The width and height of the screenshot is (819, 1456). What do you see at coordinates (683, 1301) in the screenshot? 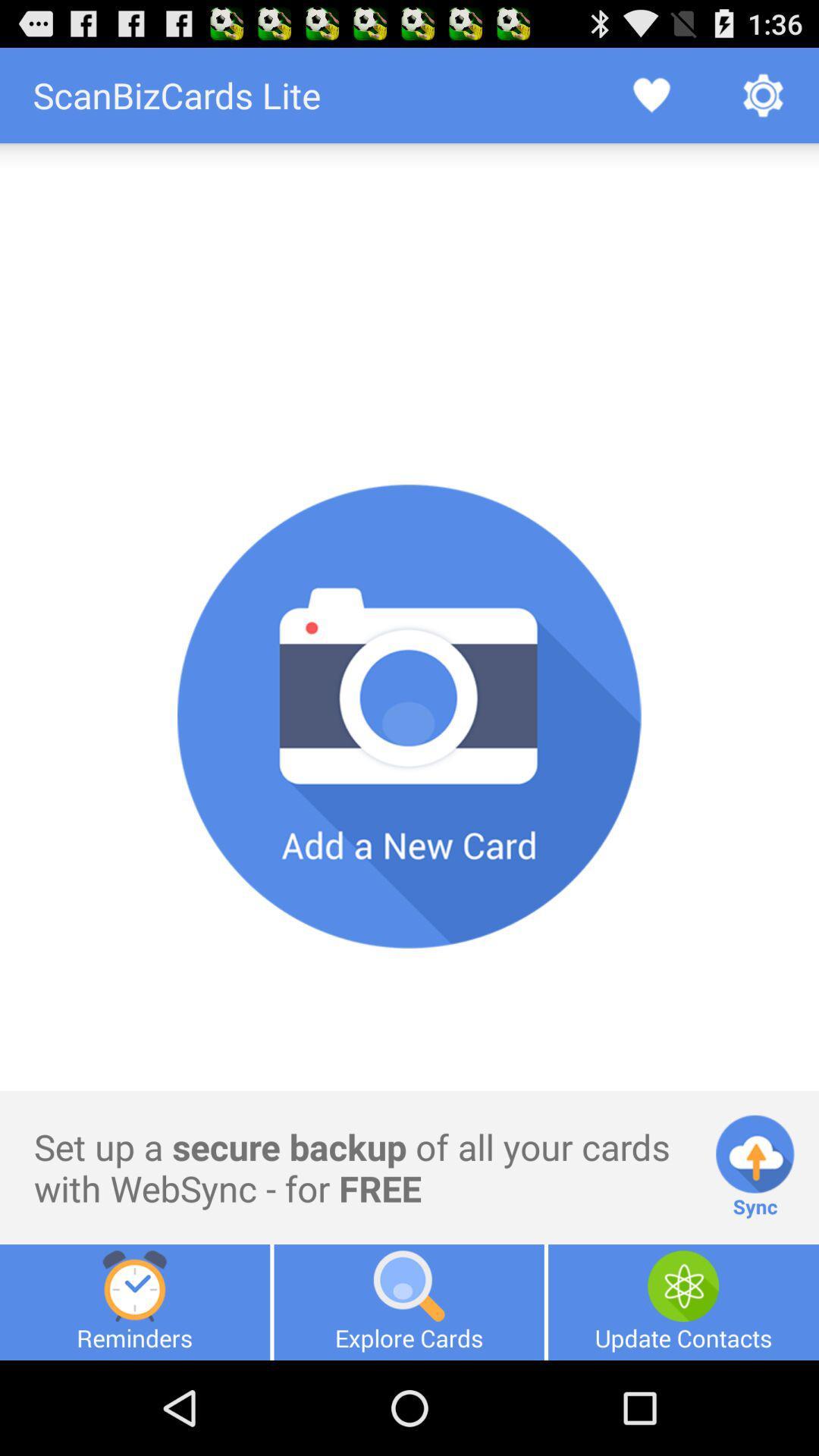
I see `the icon below the sync icon` at bounding box center [683, 1301].